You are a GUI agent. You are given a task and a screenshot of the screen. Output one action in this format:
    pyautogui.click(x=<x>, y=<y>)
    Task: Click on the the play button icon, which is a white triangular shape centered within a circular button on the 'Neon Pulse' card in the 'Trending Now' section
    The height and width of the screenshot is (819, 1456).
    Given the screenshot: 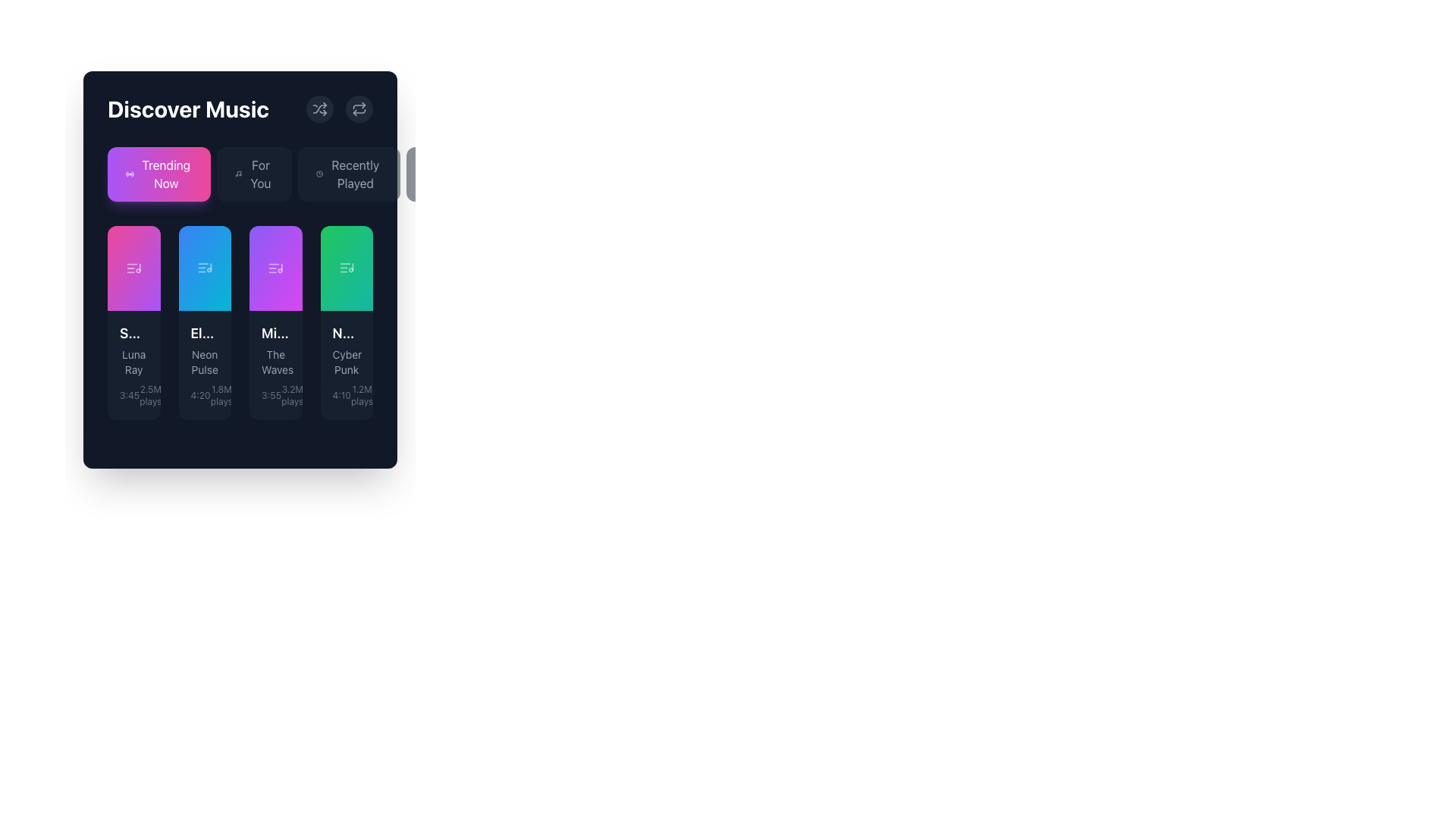 What is the action you would take?
    pyautogui.click(x=204, y=268)
    